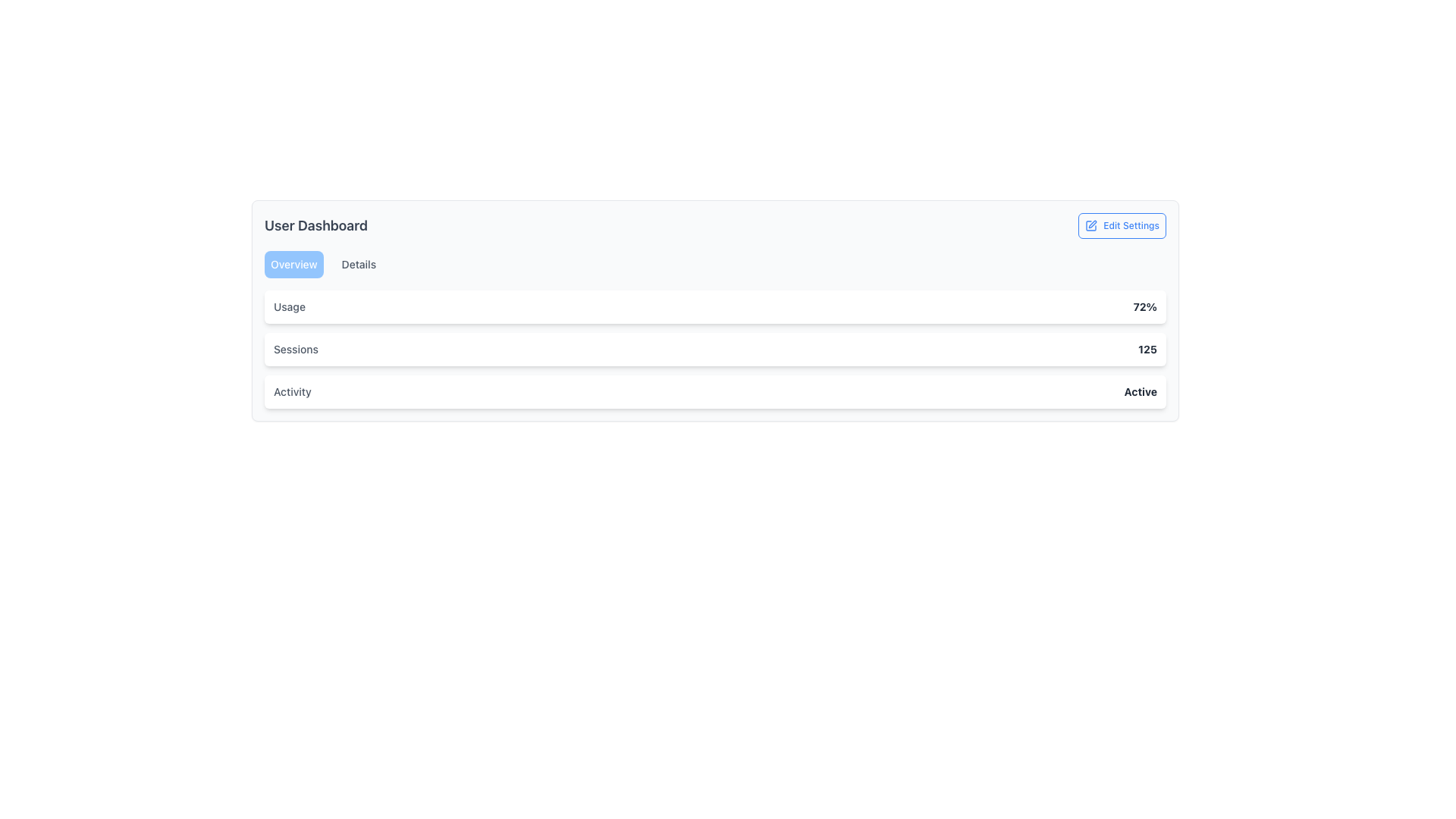 The image size is (1456, 819). I want to click on the Text Label that indicates the type of information for the associated value '72%', positioned in the upper section of the dashboard interface, so click(289, 307).